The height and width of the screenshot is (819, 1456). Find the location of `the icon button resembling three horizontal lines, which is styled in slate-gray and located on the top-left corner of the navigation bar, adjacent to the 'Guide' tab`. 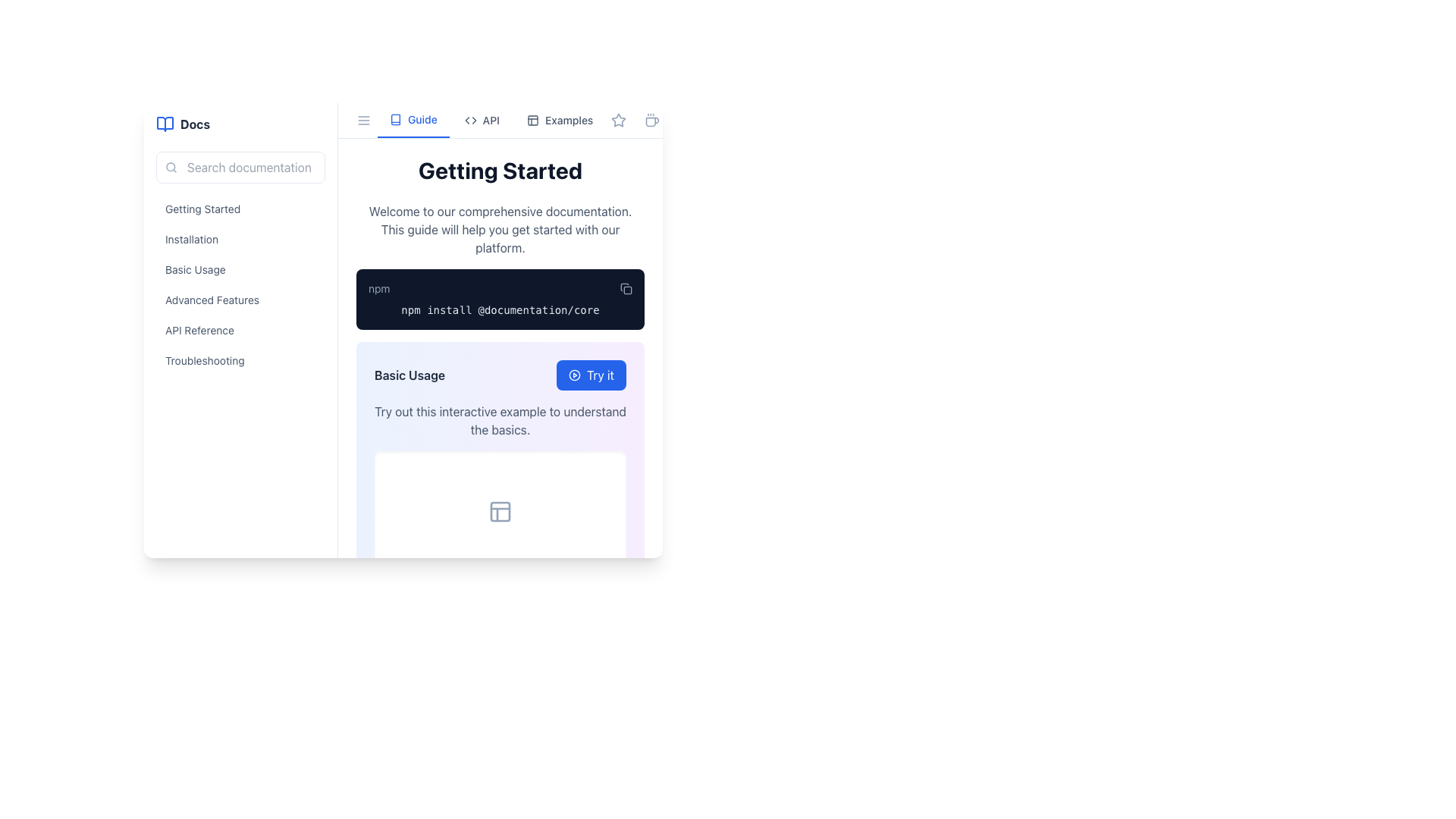

the icon button resembling three horizontal lines, which is styled in slate-gray and located on the top-left corner of the navigation bar, adjacent to the 'Guide' tab is located at coordinates (364, 119).